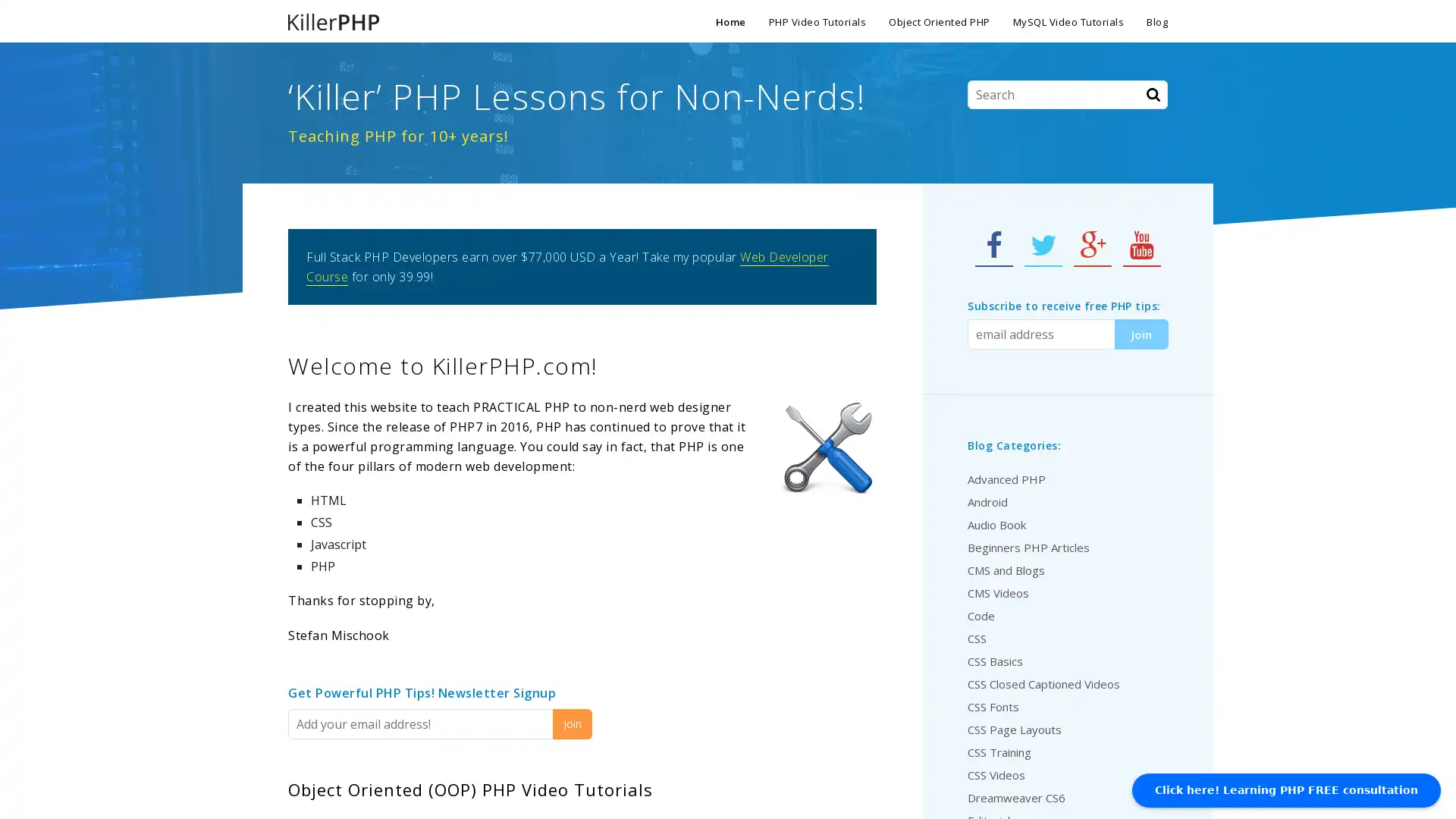 The width and height of the screenshot is (1456, 819). Describe the element at coordinates (1141, 333) in the screenshot. I see `Join` at that location.